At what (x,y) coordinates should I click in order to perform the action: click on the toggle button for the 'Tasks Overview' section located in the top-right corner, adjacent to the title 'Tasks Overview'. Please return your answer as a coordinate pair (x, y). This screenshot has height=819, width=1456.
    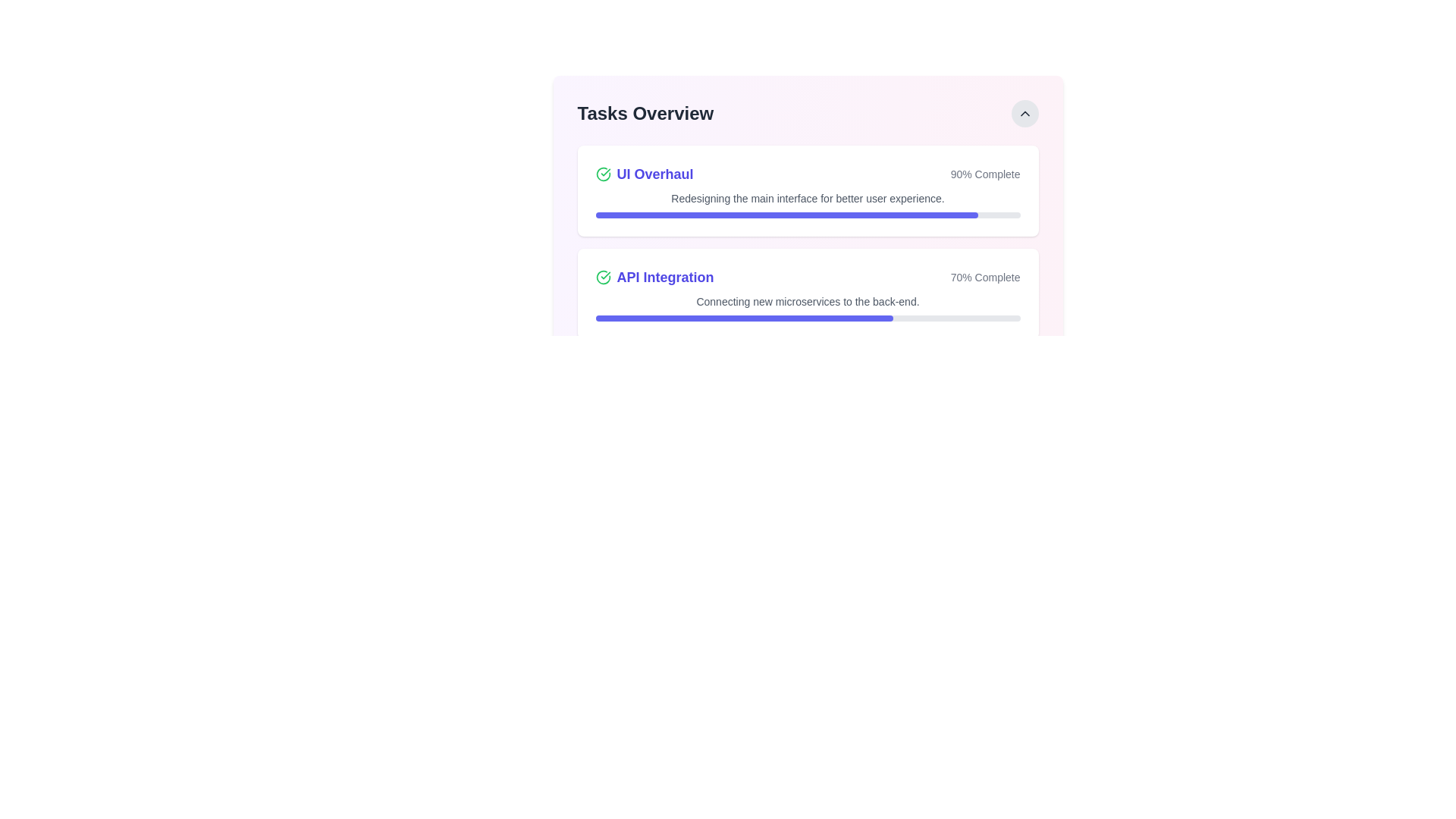
    Looking at the image, I should click on (1025, 113).